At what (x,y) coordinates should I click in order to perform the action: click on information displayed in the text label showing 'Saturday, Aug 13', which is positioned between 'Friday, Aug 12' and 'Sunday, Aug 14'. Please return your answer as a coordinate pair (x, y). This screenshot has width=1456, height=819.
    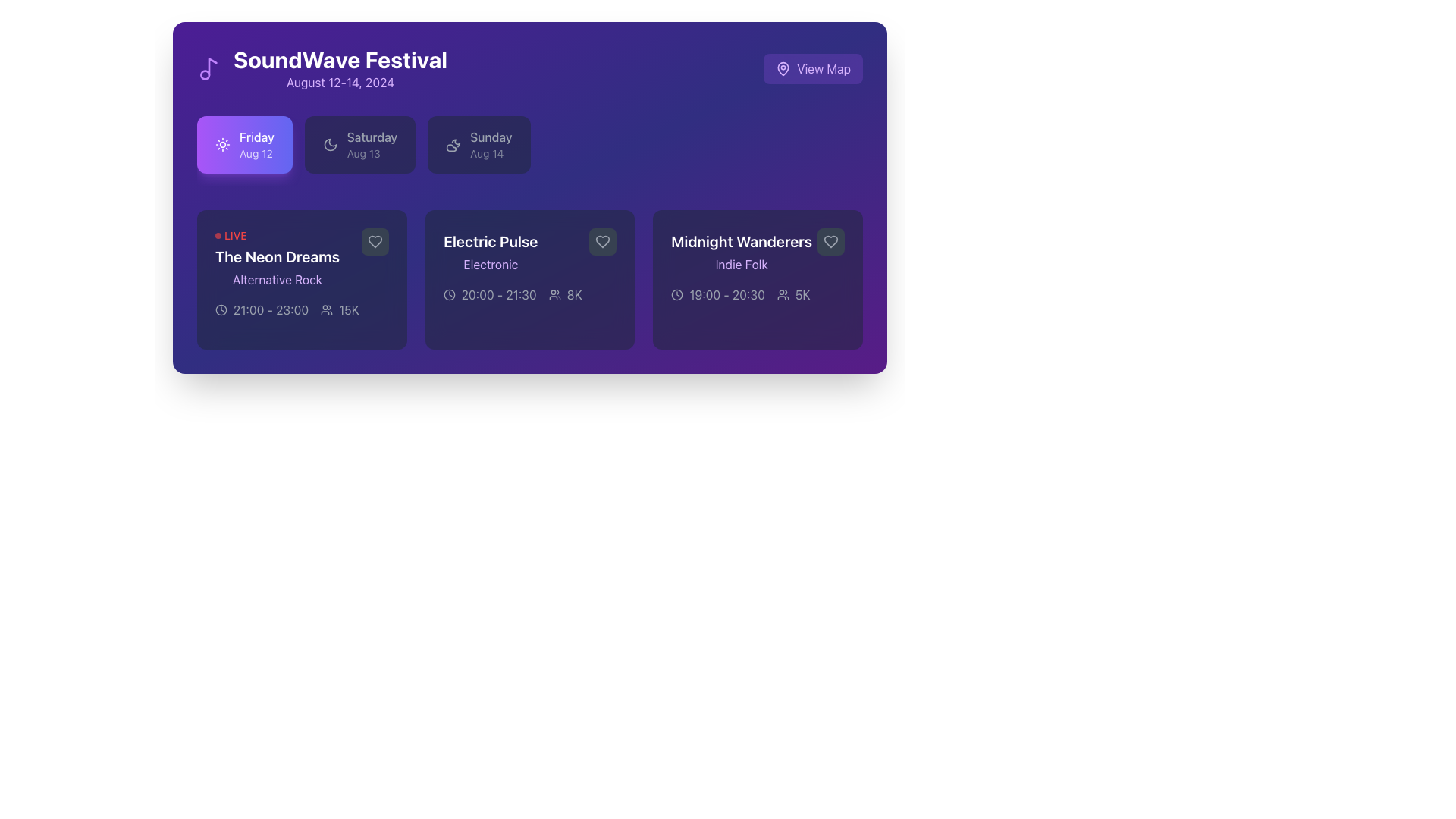
    Looking at the image, I should click on (372, 145).